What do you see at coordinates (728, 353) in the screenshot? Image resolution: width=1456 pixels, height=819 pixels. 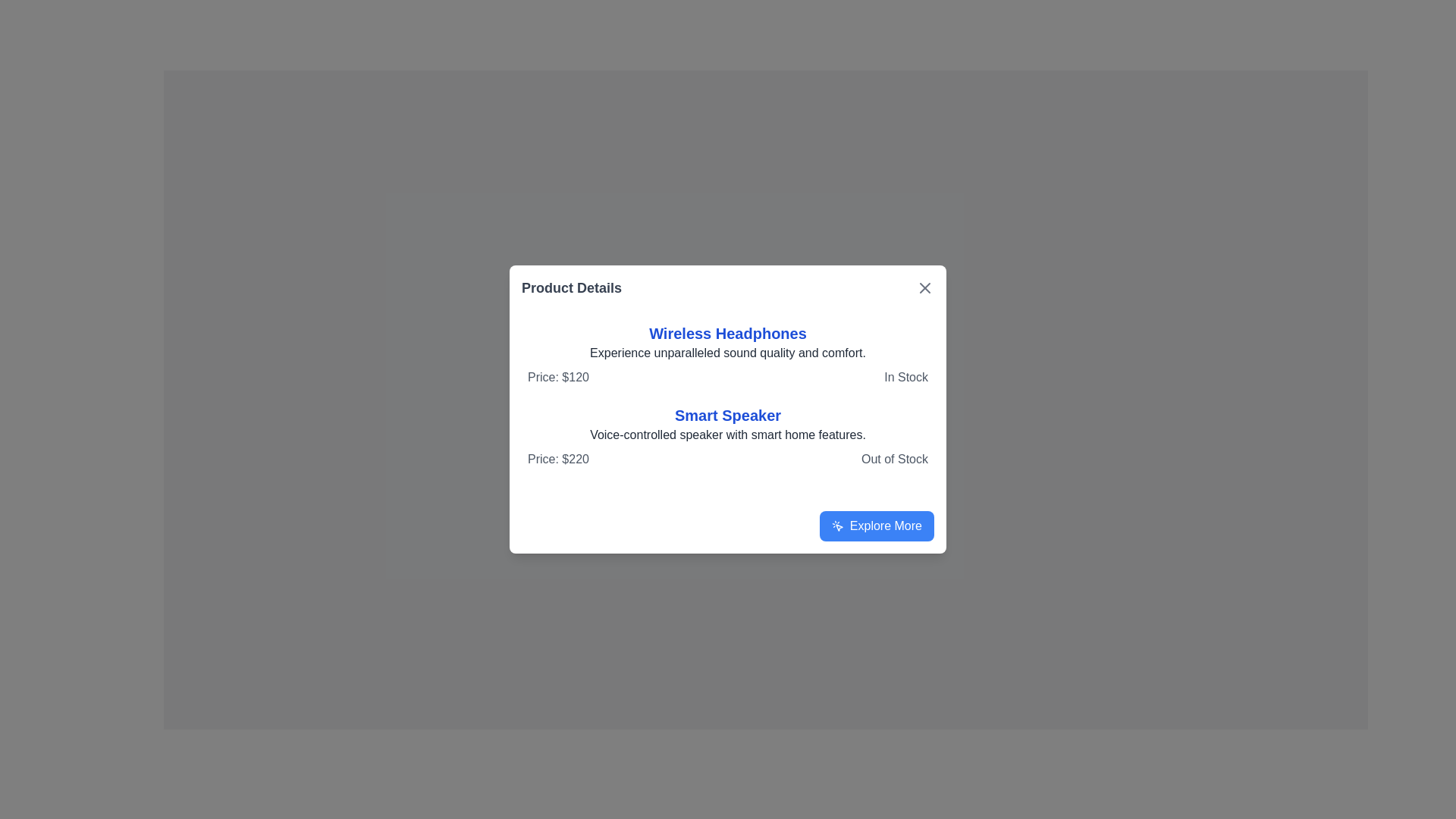 I see `the static text UI element that states 'Experience unparalleled sound quality and comfort.', which is located below the heading 'Wireless Headphones' in the card layout` at bounding box center [728, 353].